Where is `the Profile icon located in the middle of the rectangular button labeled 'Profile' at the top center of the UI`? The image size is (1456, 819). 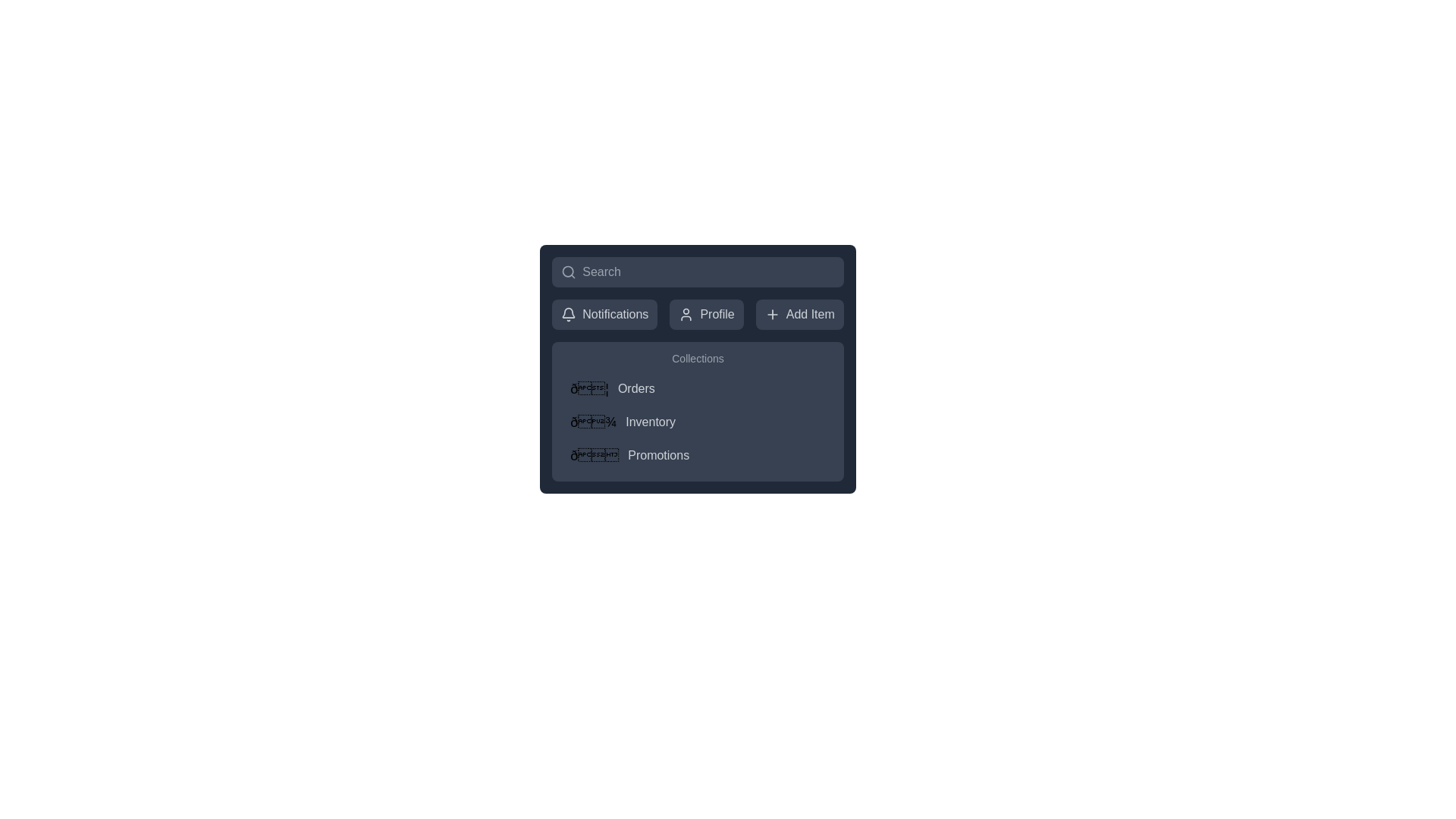 the Profile icon located in the middle of the rectangular button labeled 'Profile' at the top center of the UI is located at coordinates (686, 314).